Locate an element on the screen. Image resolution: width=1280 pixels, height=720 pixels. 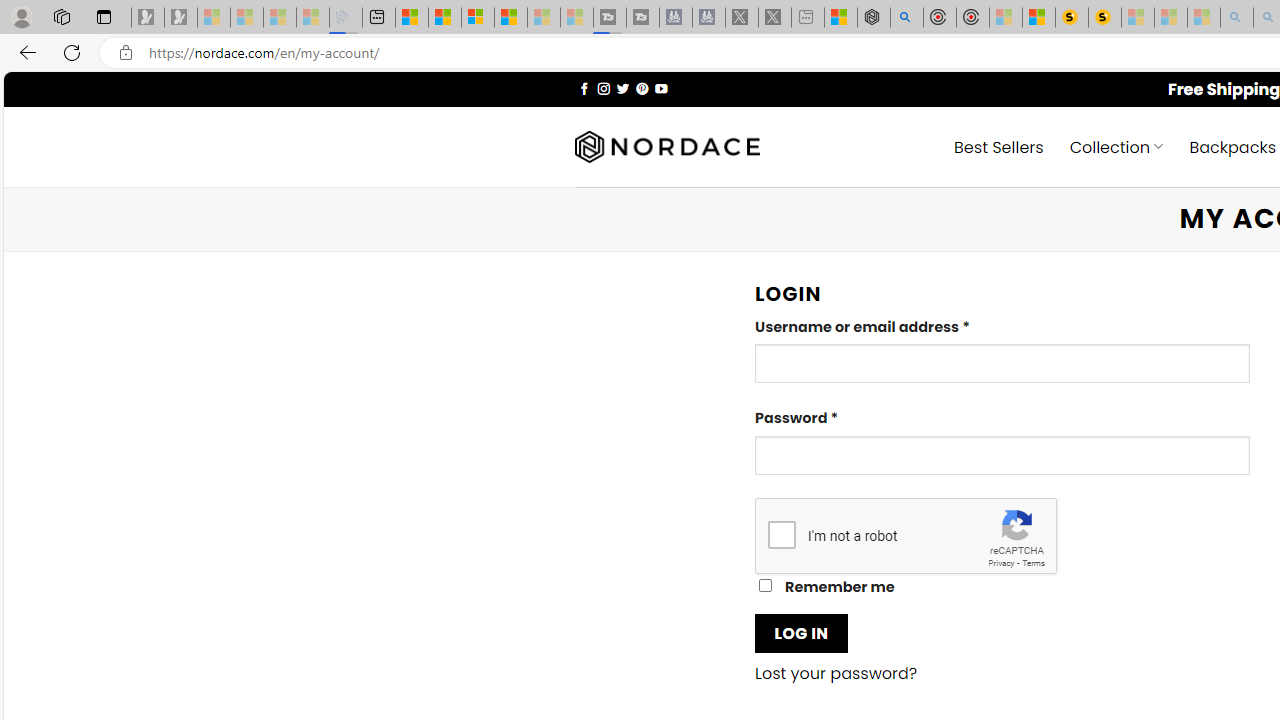
'X - Sleeping' is located at coordinates (774, 17).